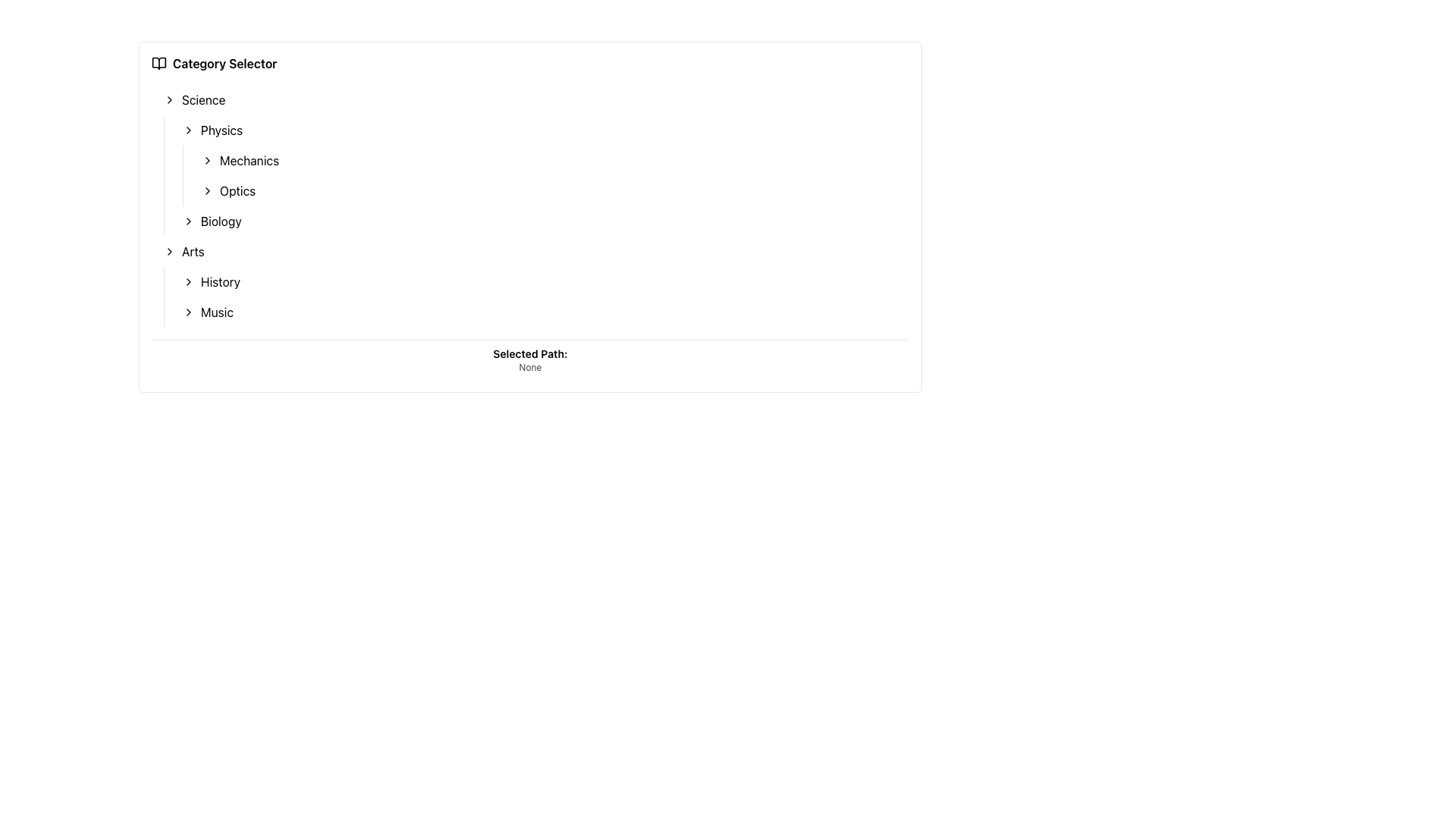  I want to click on the rightward-pointing chevron icon button located to the left of the 'Biology' text, so click(188, 221).